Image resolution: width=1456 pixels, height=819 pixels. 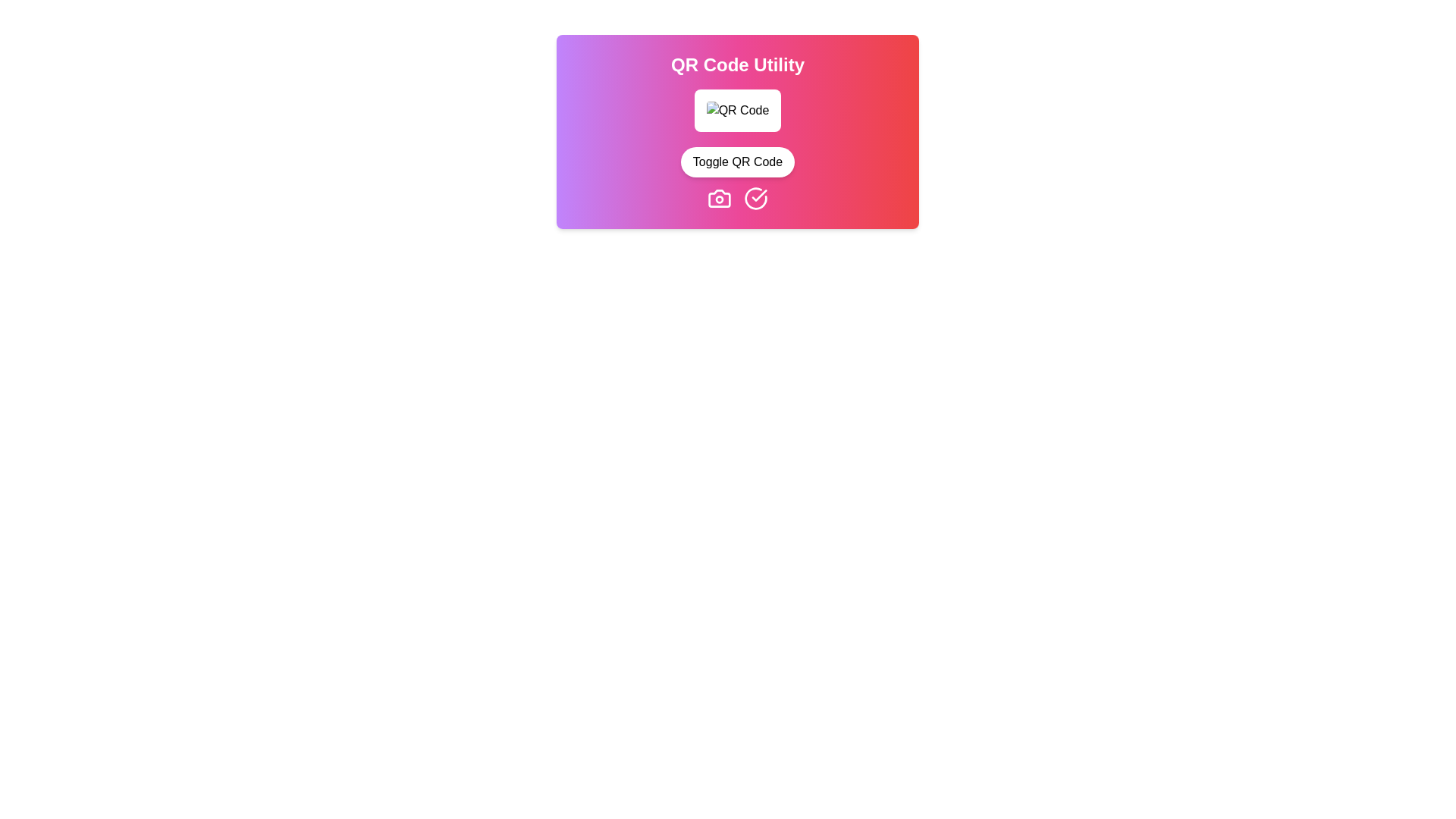 What do you see at coordinates (719, 197) in the screenshot?
I see `the pinkish camera icon located to the left of the checkmark icon in the 'QR Code Utility' interface card` at bounding box center [719, 197].